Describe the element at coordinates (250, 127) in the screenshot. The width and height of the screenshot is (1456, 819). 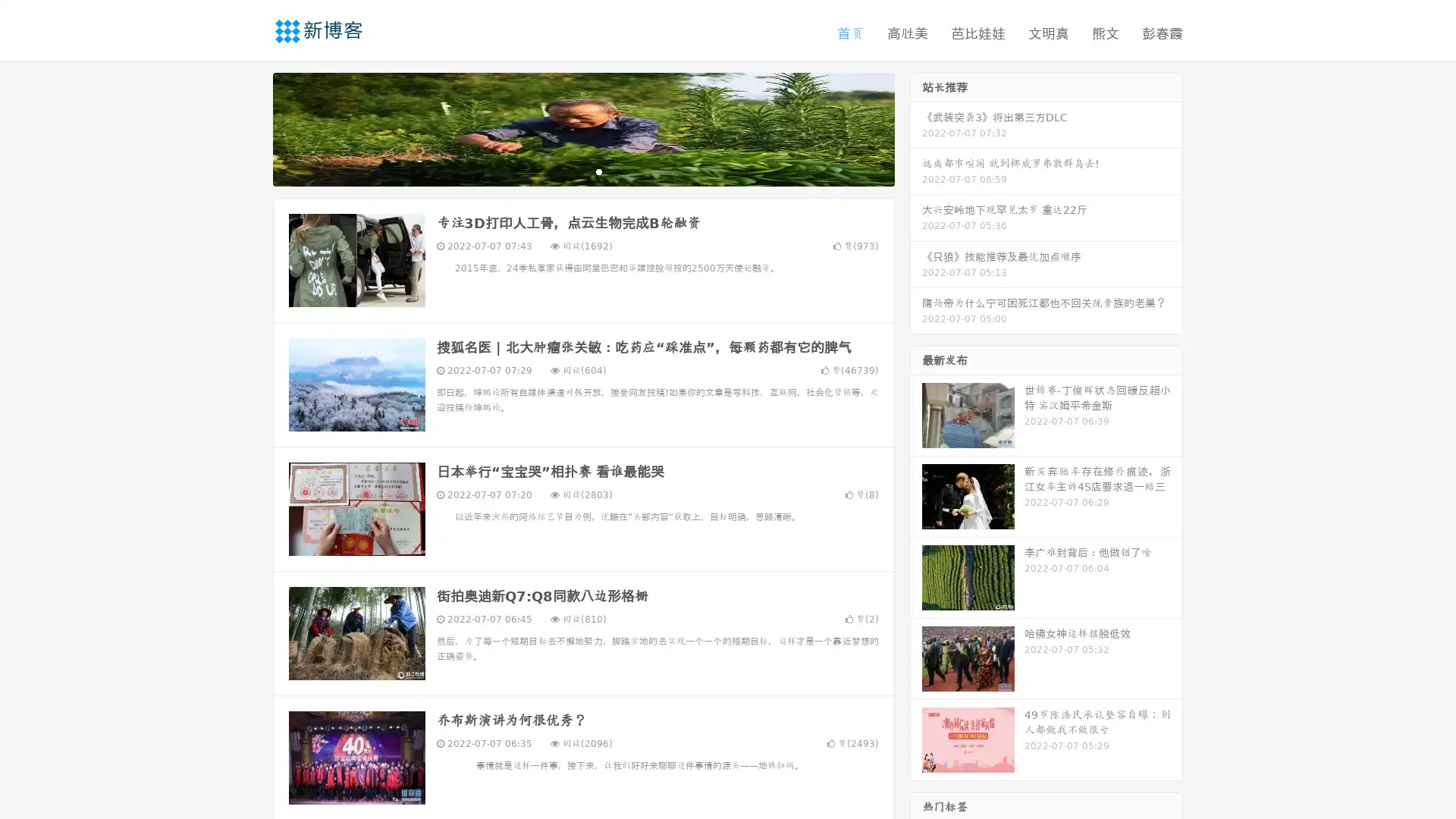
I see `Previous slide` at that location.